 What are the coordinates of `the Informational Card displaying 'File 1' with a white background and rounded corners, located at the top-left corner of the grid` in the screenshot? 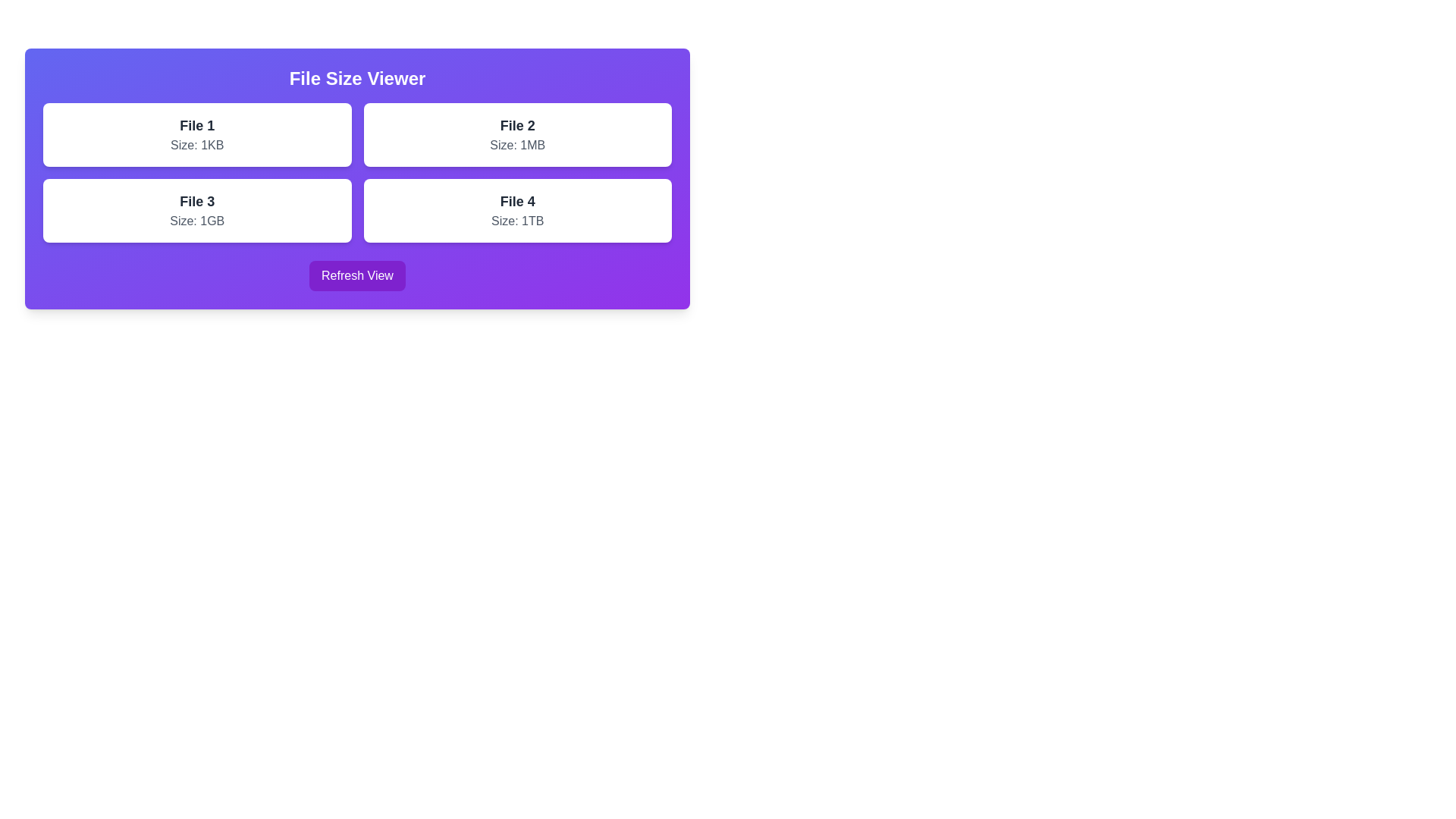 It's located at (196, 133).